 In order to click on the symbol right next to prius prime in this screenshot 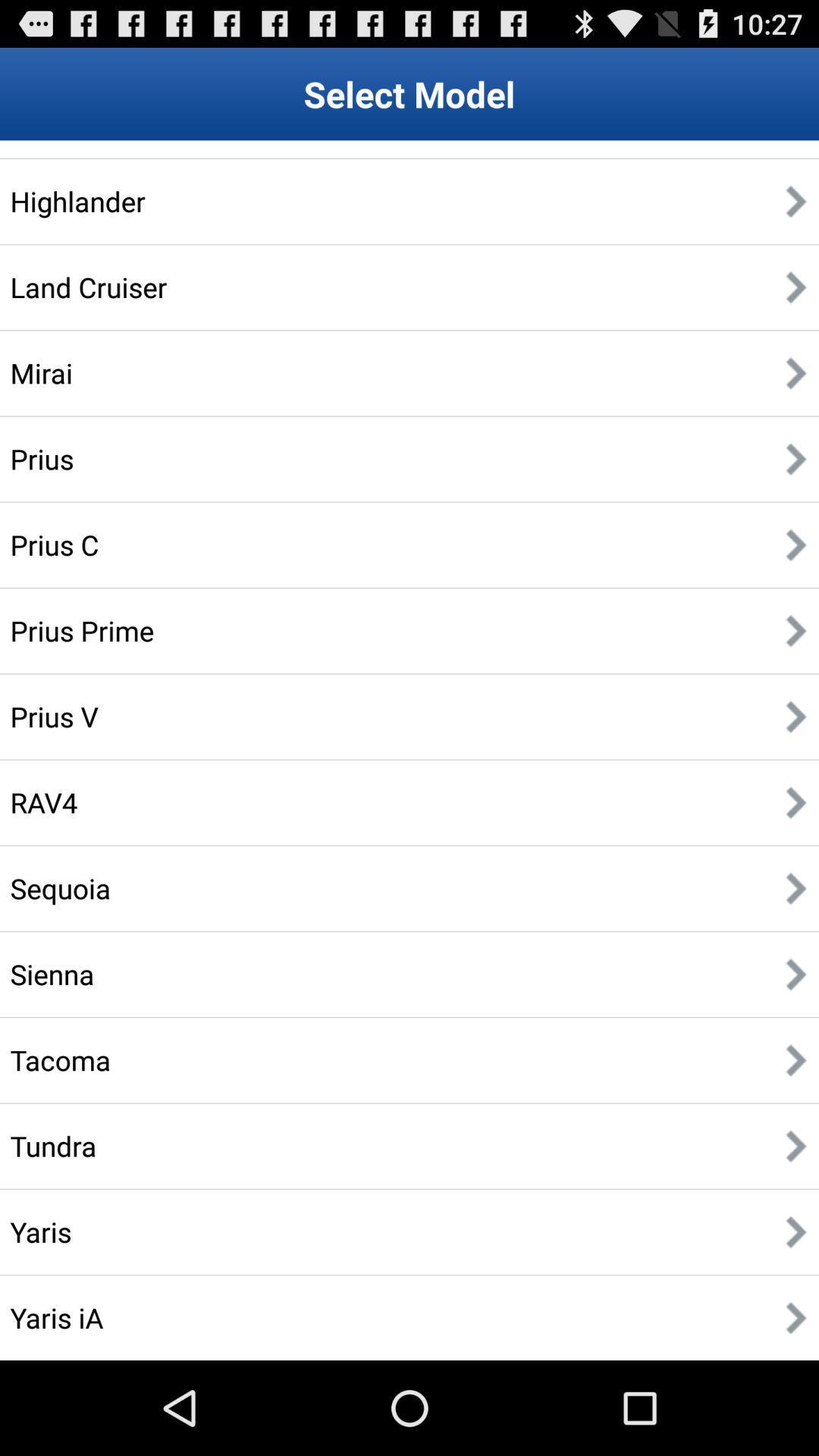, I will do `click(795, 631)`.